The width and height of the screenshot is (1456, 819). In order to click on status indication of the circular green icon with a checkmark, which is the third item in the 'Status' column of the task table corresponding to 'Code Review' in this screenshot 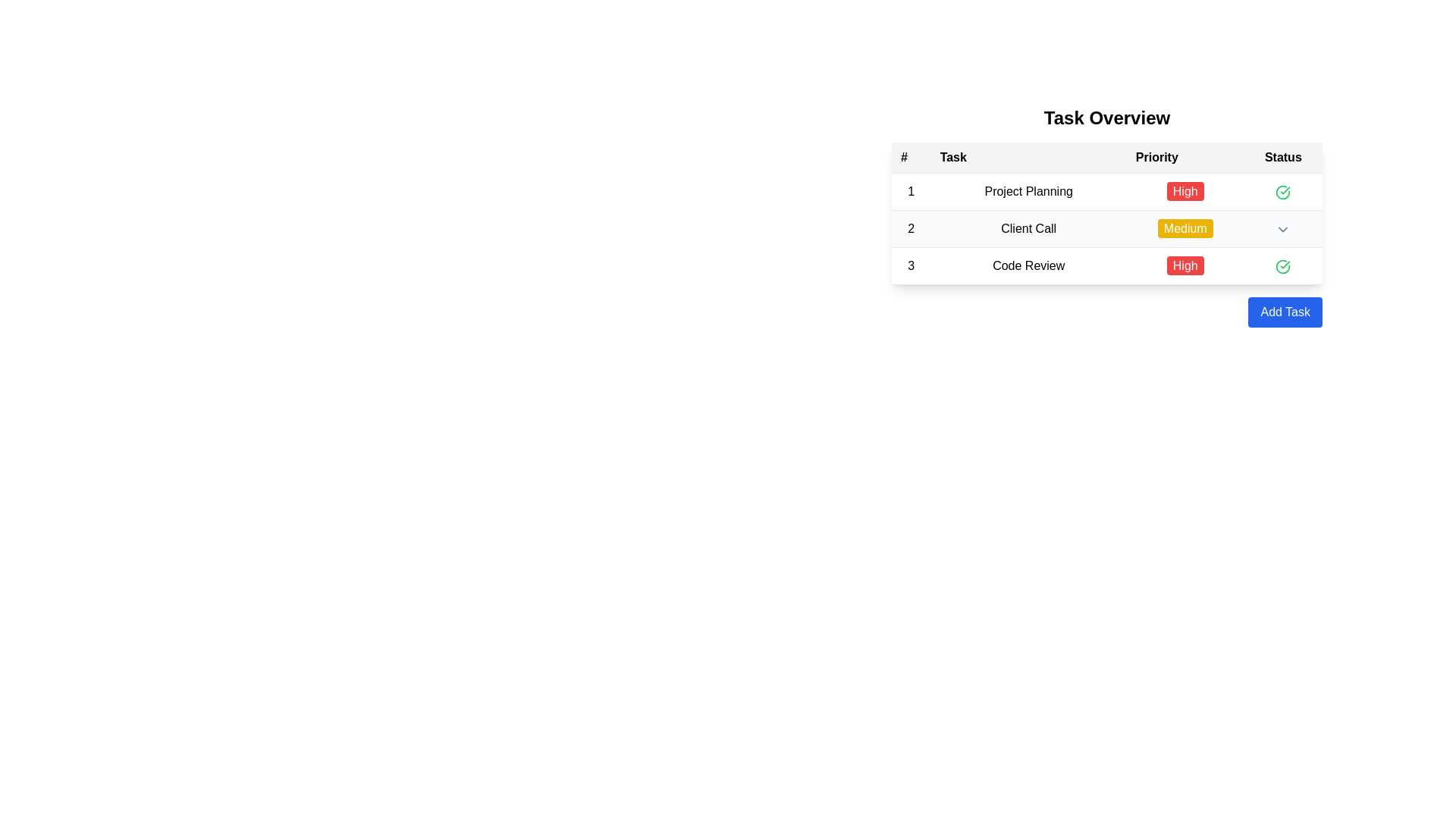, I will do `click(1282, 191)`.